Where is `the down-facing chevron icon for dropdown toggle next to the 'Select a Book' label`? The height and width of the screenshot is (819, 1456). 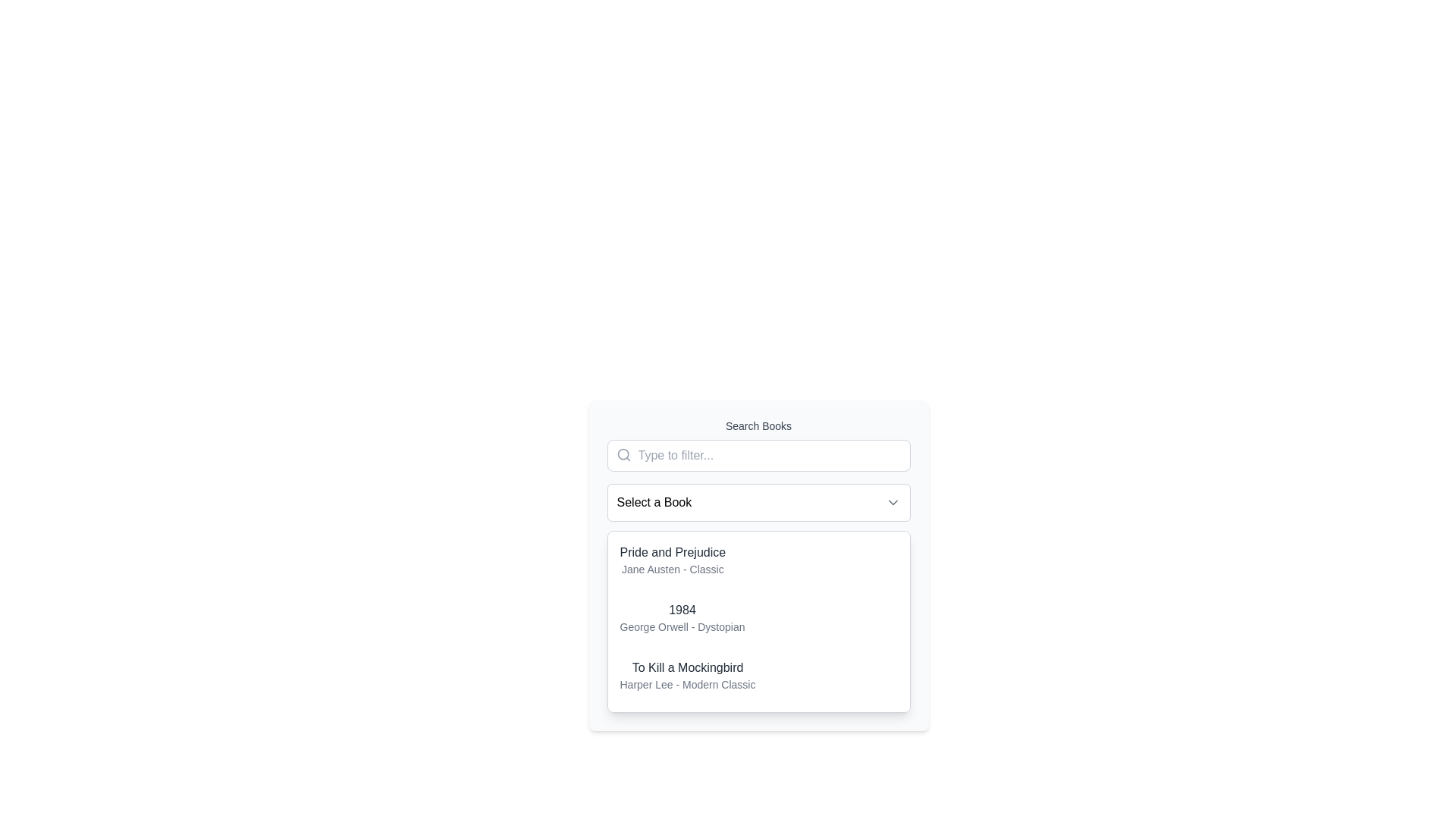 the down-facing chevron icon for dropdown toggle next to the 'Select a Book' label is located at coordinates (893, 503).